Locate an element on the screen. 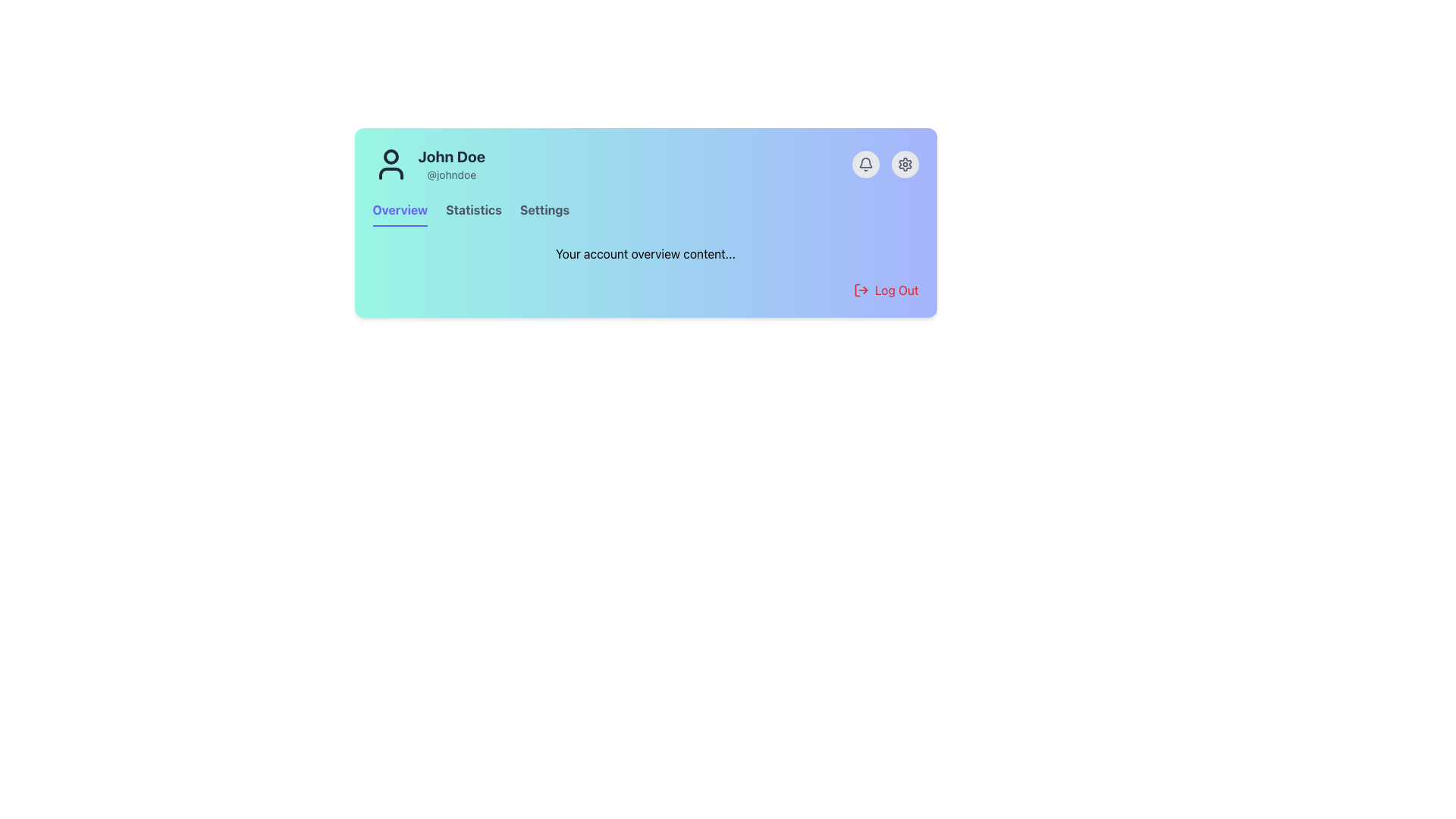 The height and width of the screenshot is (819, 1456). the 'Log Out' button positioned at the bottom-right corner of the user profile section to observe the color change effect is located at coordinates (886, 290).